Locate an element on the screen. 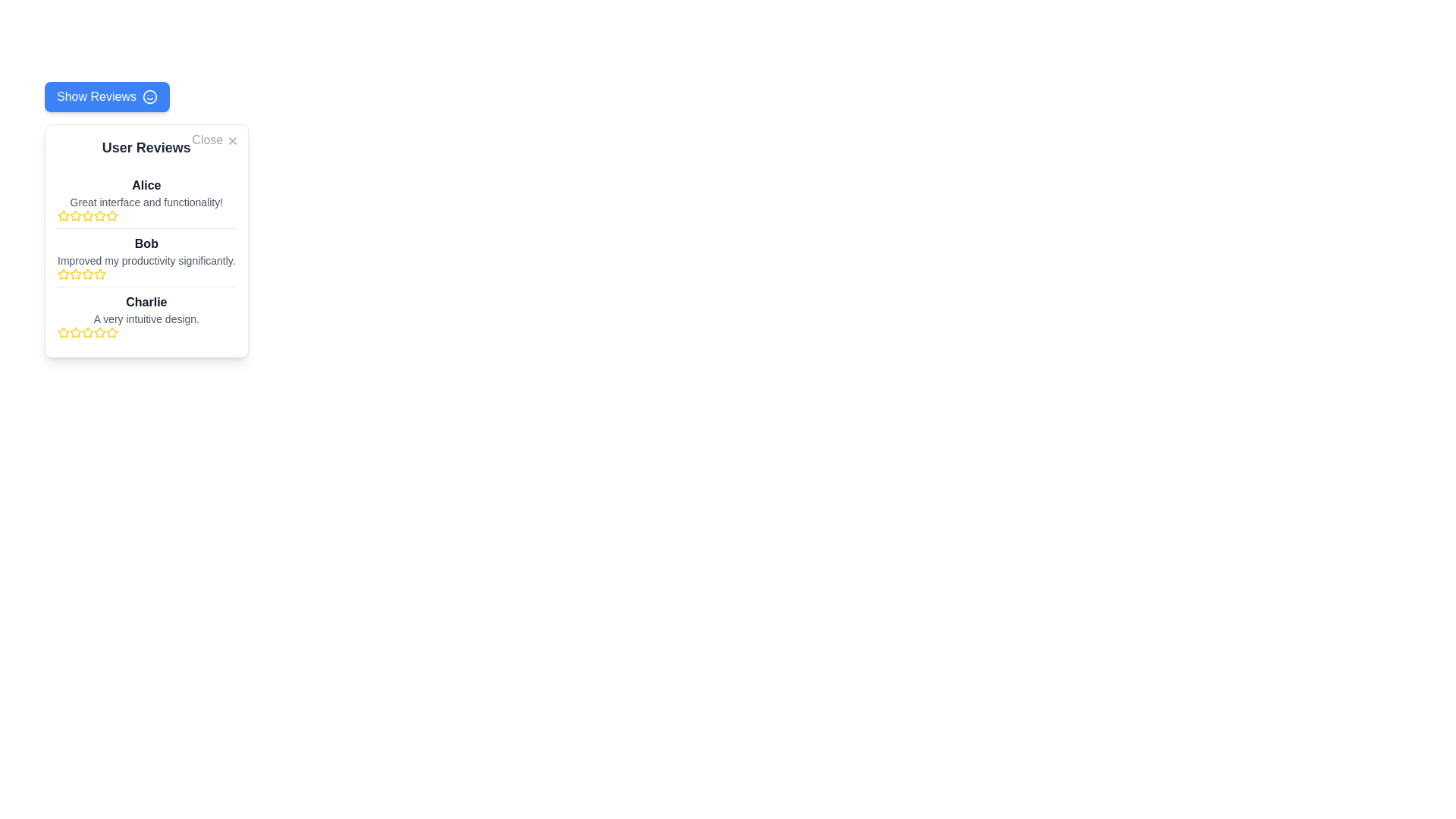 This screenshot has width=1456, height=819. the fourth star icon in the 5-star rating system within the review section for the user named 'Charlie' is located at coordinates (99, 331).